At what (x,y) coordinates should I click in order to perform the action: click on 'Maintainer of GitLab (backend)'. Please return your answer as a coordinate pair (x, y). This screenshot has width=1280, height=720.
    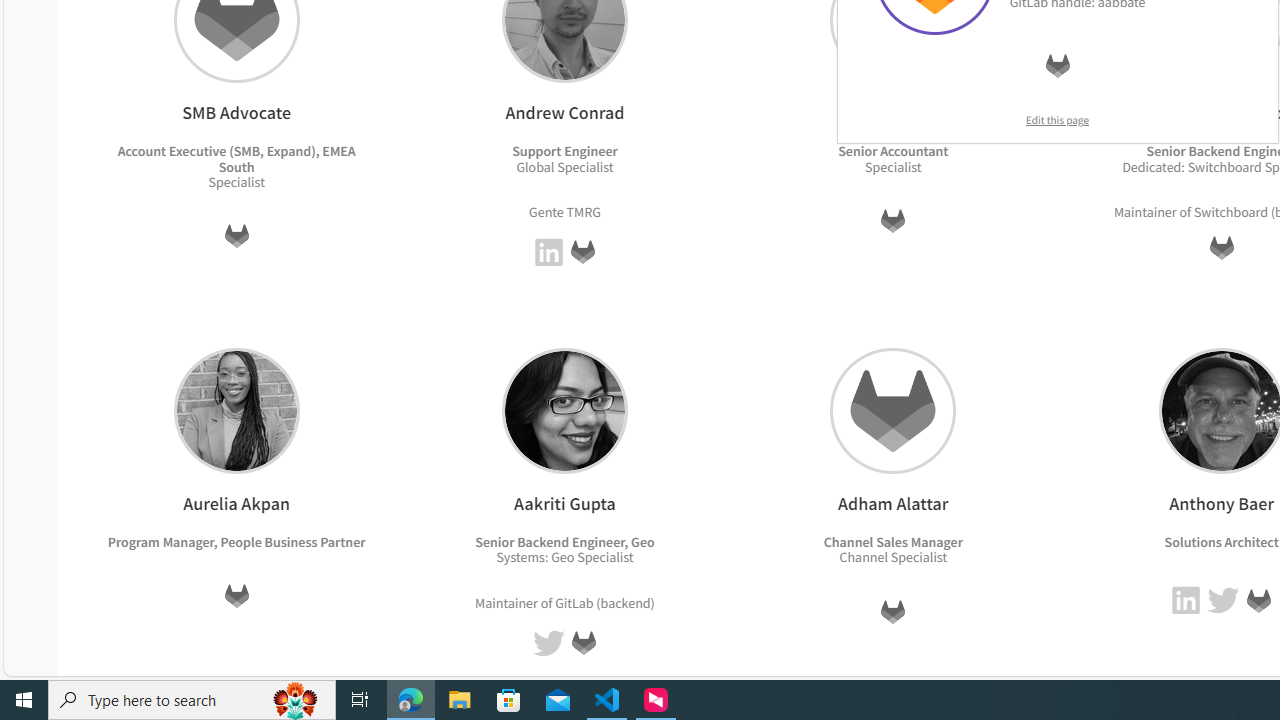
    Looking at the image, I should click on (564, 601).